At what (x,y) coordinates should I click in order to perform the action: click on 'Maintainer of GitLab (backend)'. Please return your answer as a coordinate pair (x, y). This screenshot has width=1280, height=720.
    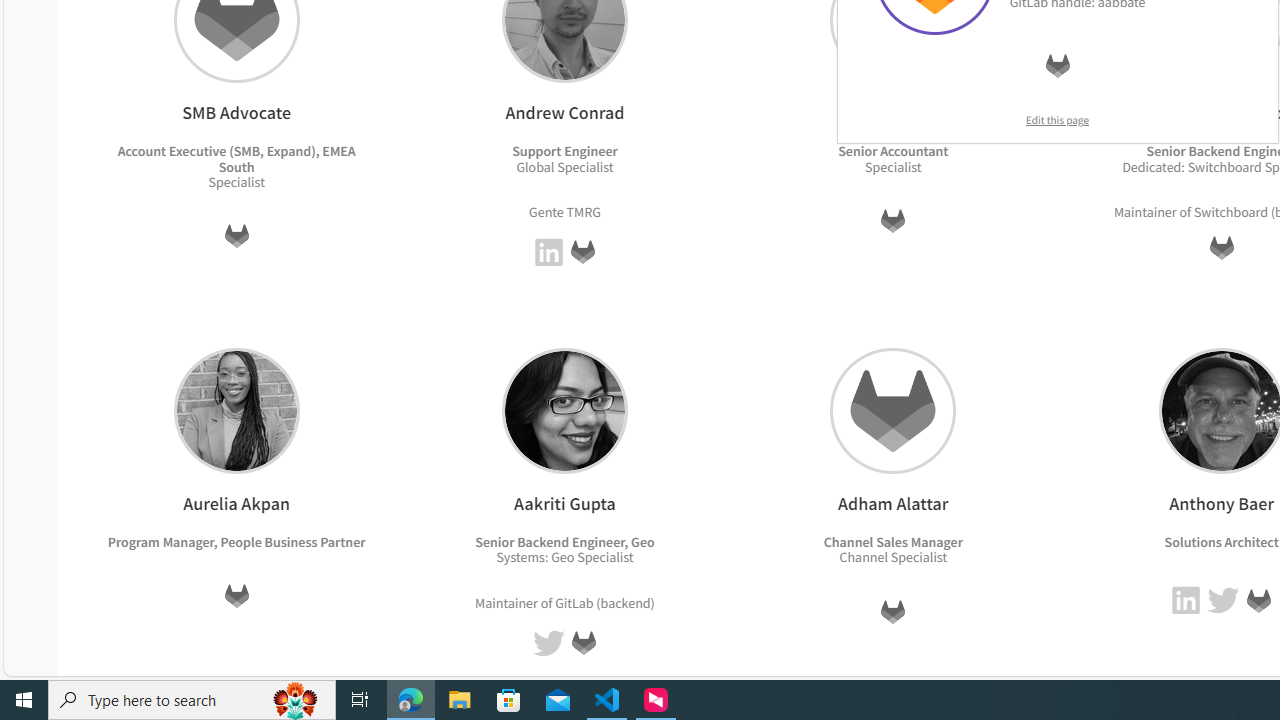
    Looking at the image, I should click on (564, 601).